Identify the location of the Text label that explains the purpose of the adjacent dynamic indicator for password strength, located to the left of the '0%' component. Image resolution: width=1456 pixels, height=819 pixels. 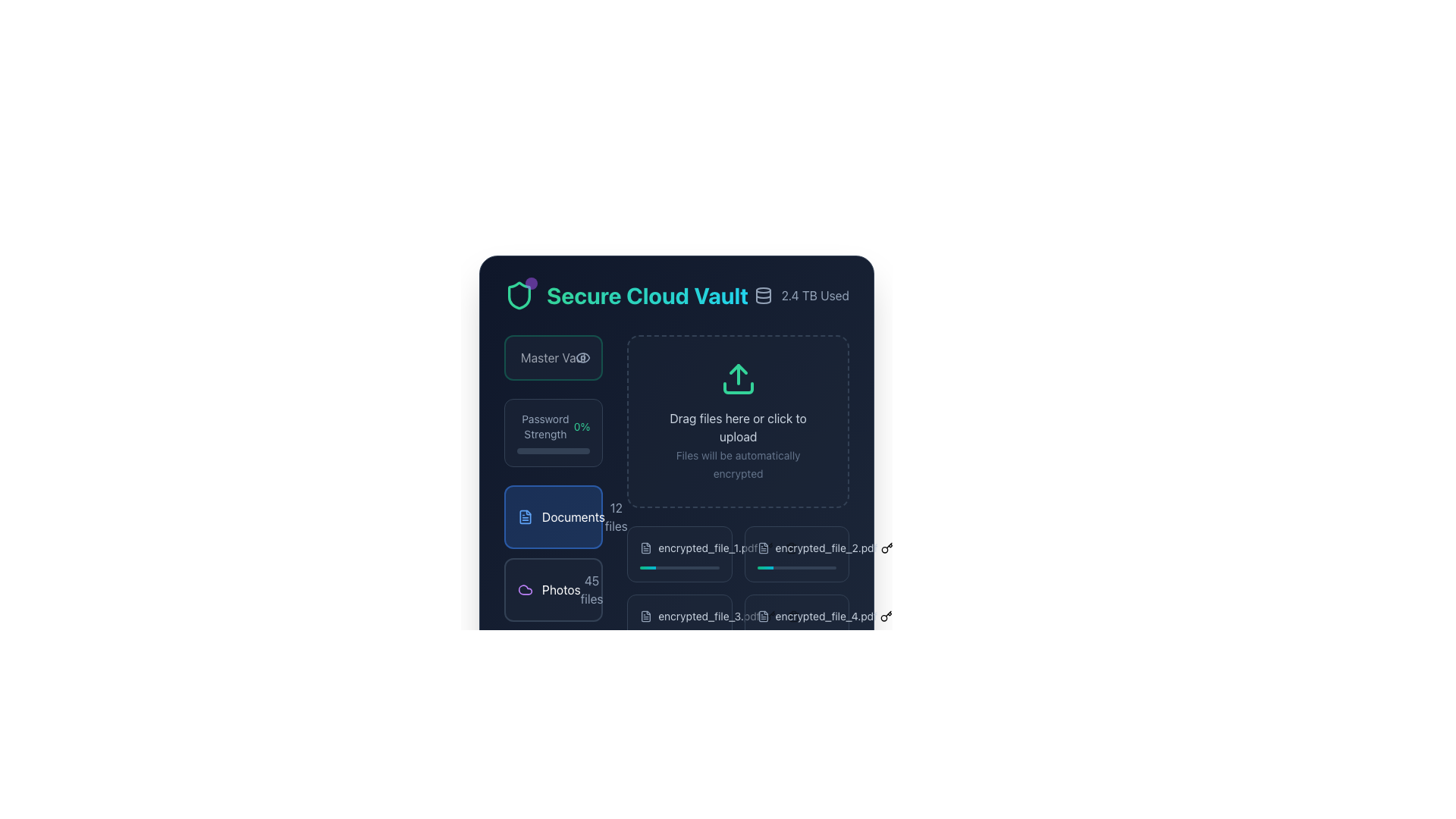
(545, 427).